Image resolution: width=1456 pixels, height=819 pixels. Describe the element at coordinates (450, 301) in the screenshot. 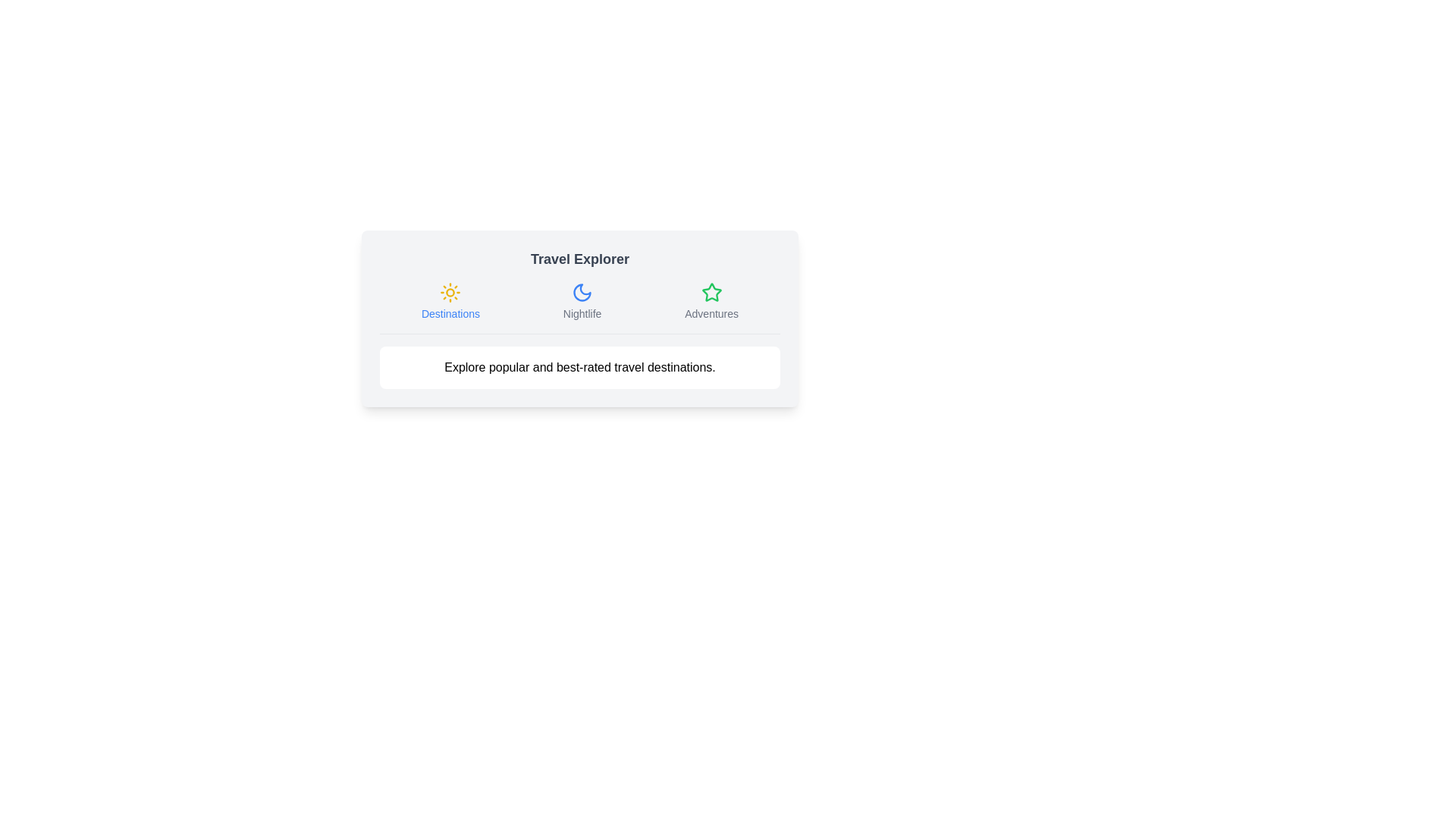

I see `the Destinations tab to view its content` at that location.